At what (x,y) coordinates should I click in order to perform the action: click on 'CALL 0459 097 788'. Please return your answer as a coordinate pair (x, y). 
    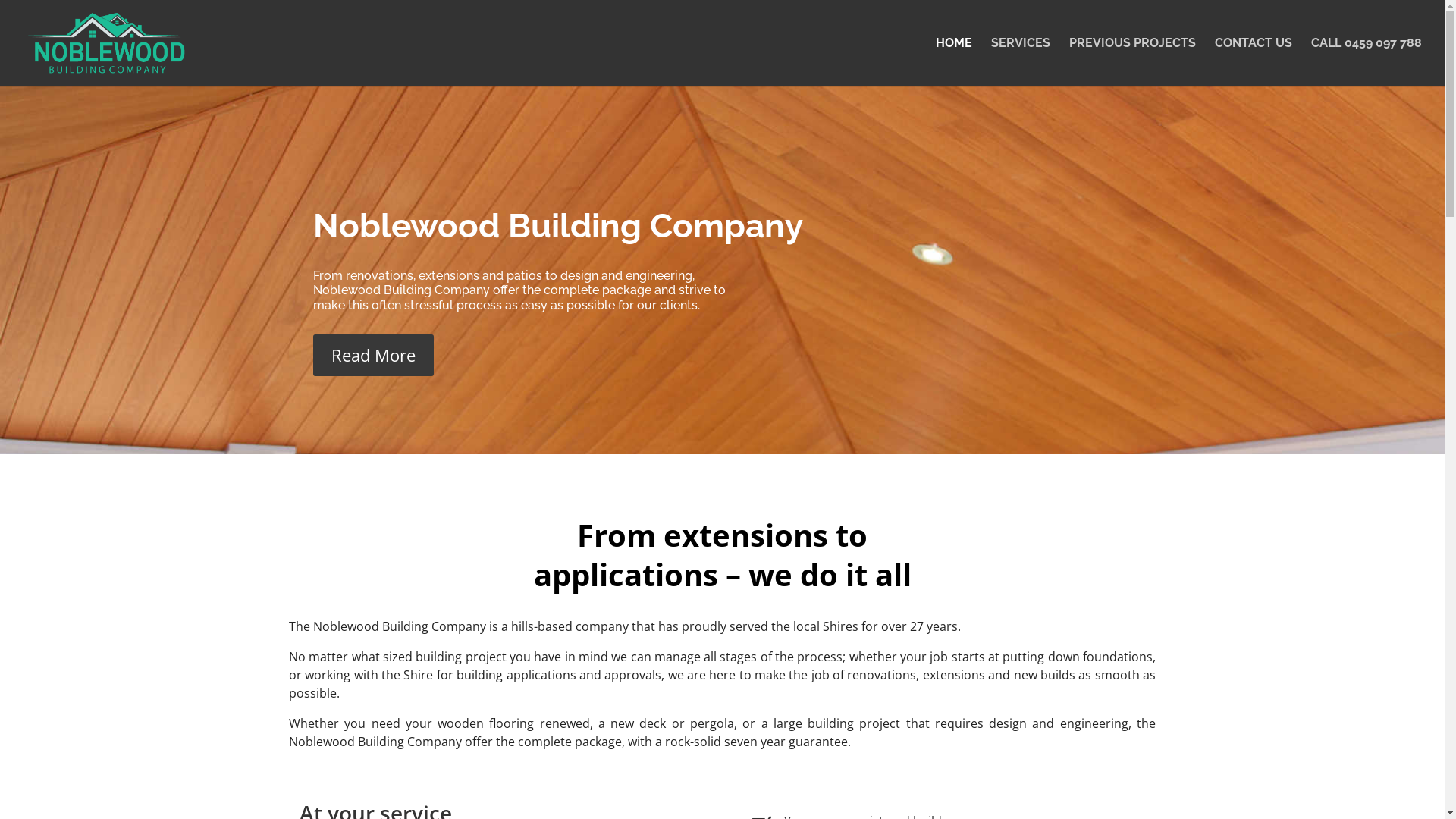
    Looking at the image, I should click on (1366, 61).